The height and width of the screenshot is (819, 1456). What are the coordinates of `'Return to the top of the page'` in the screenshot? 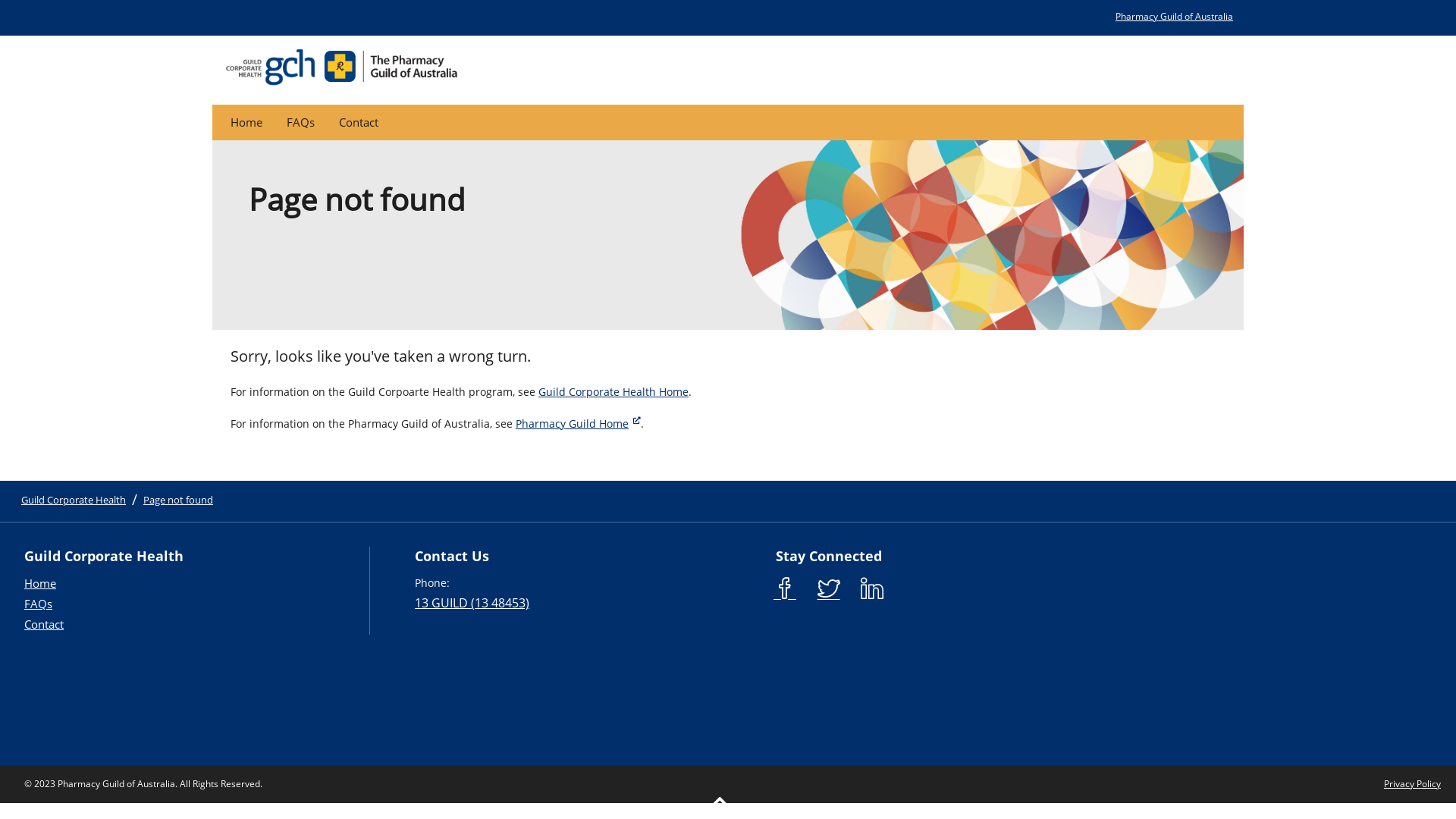 It's located at (711, 800).